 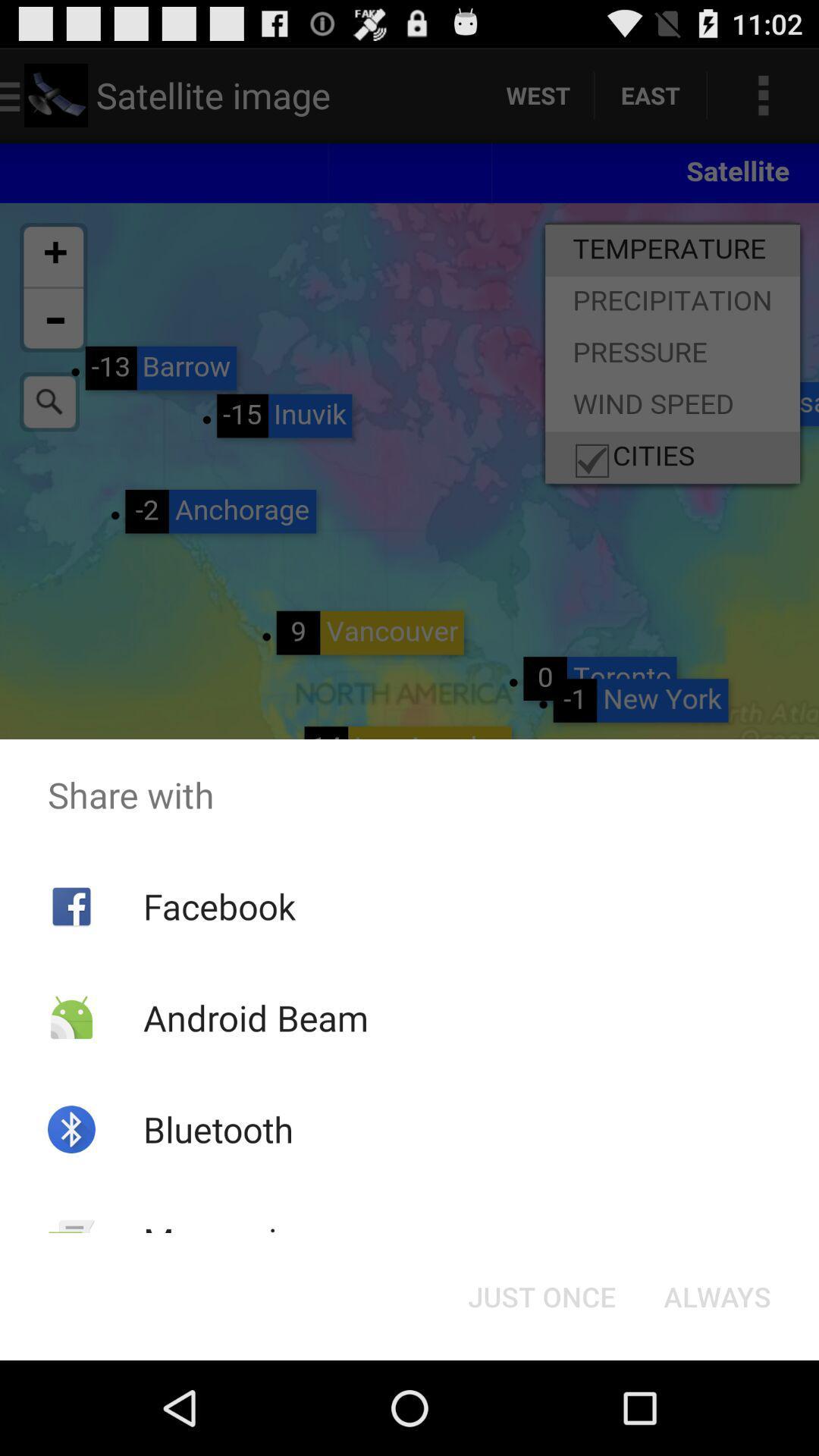 I want to click on the button next to always icon, so click(x=541, y=1295).